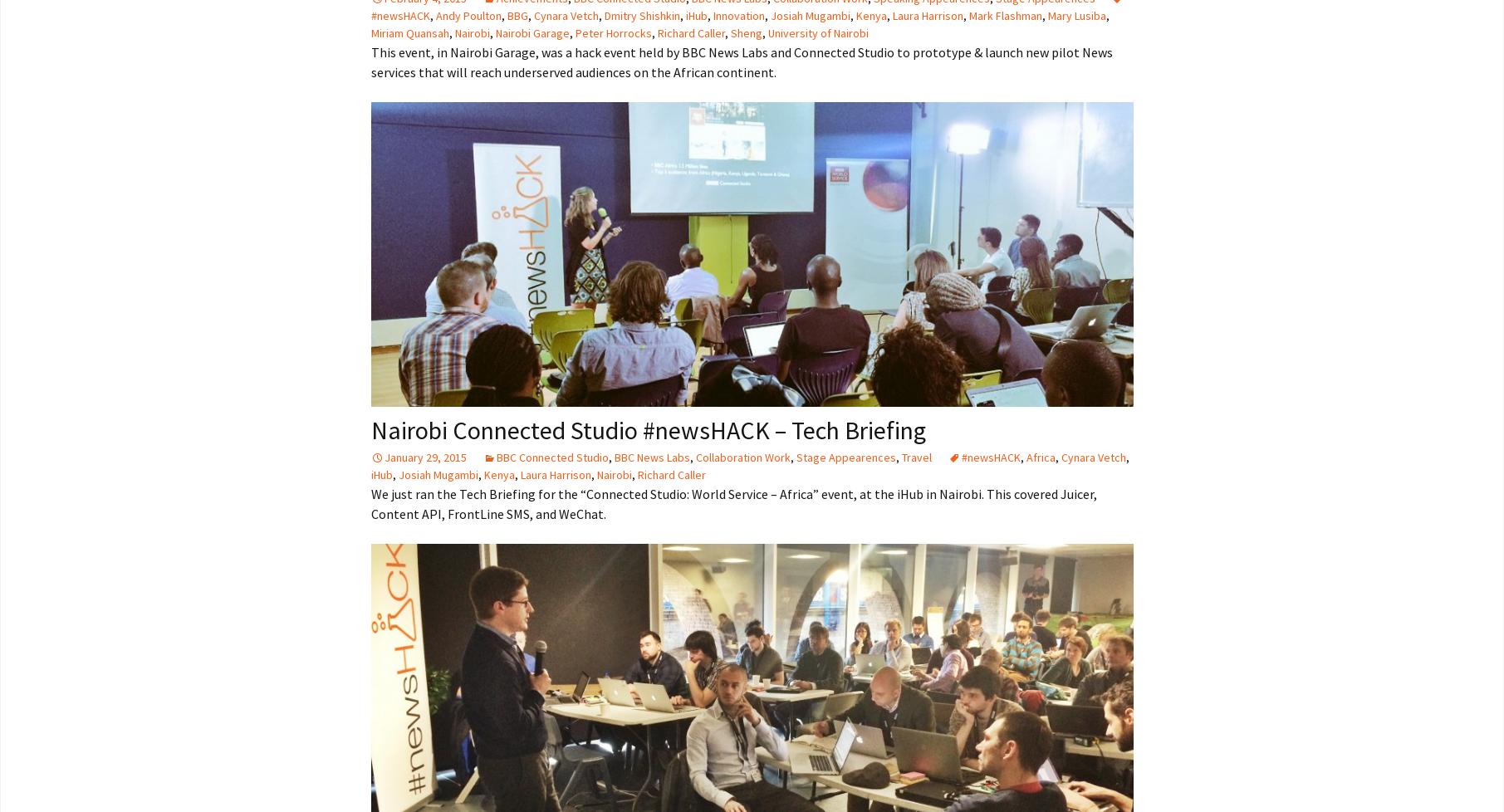 The image size is (1504, 812). I want to click on 'Nairobi Connected Studio #newsHACK – Tech Briefing', so click(646, 430).